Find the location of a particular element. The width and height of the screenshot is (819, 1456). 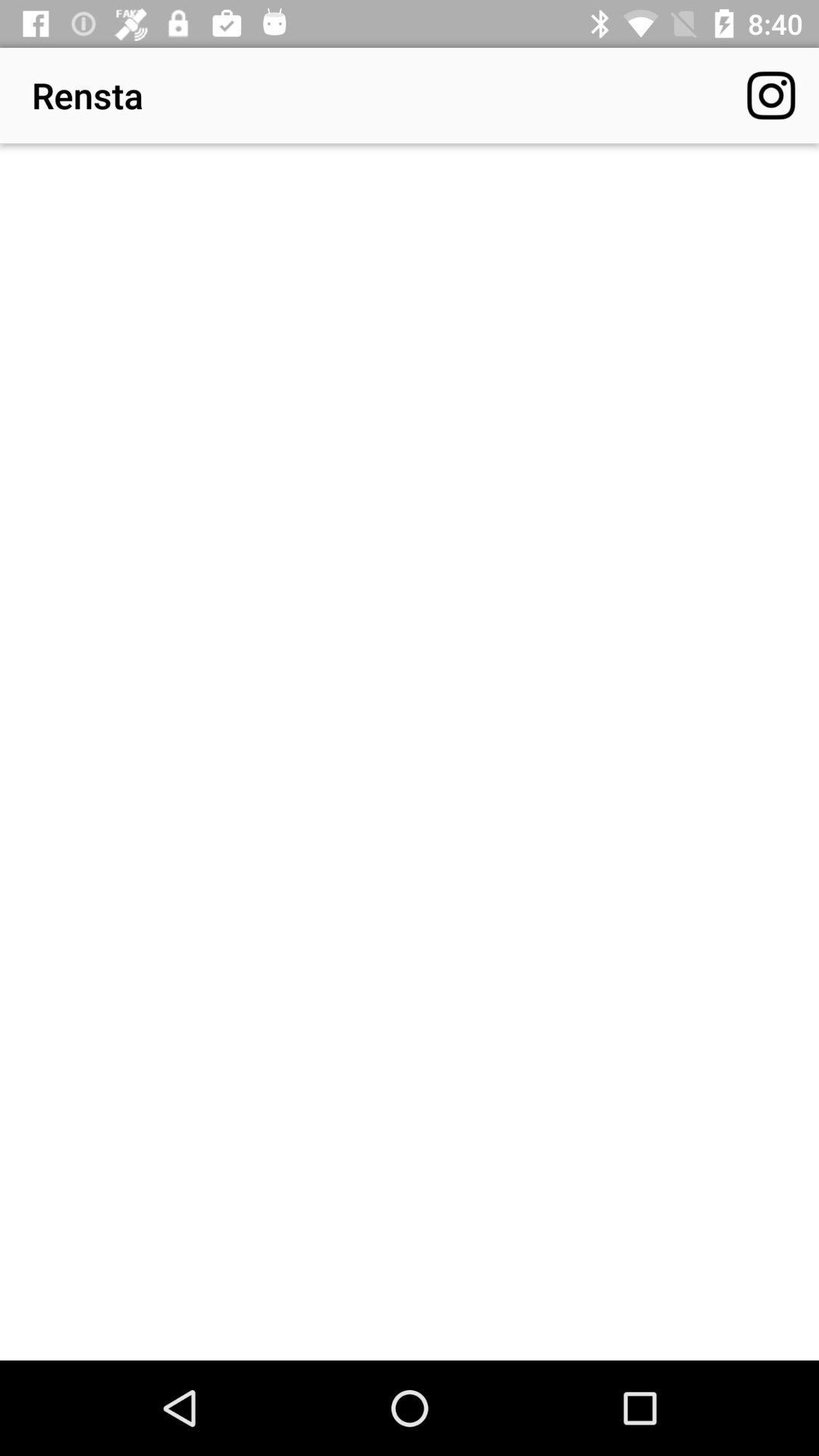

item to the right of rensta icon is located at coordinates (771, 94).